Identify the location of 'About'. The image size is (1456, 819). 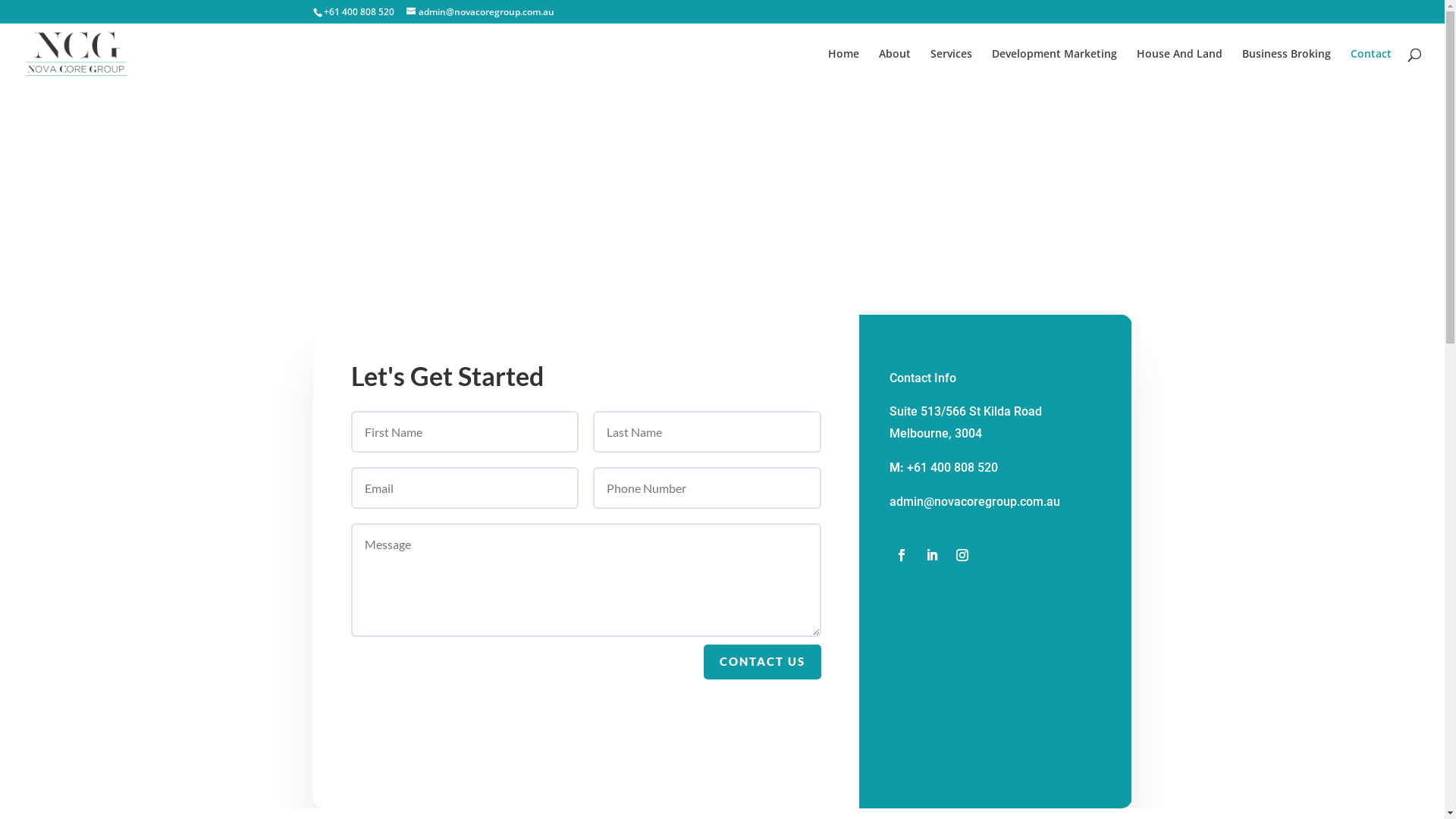
(895, 65).